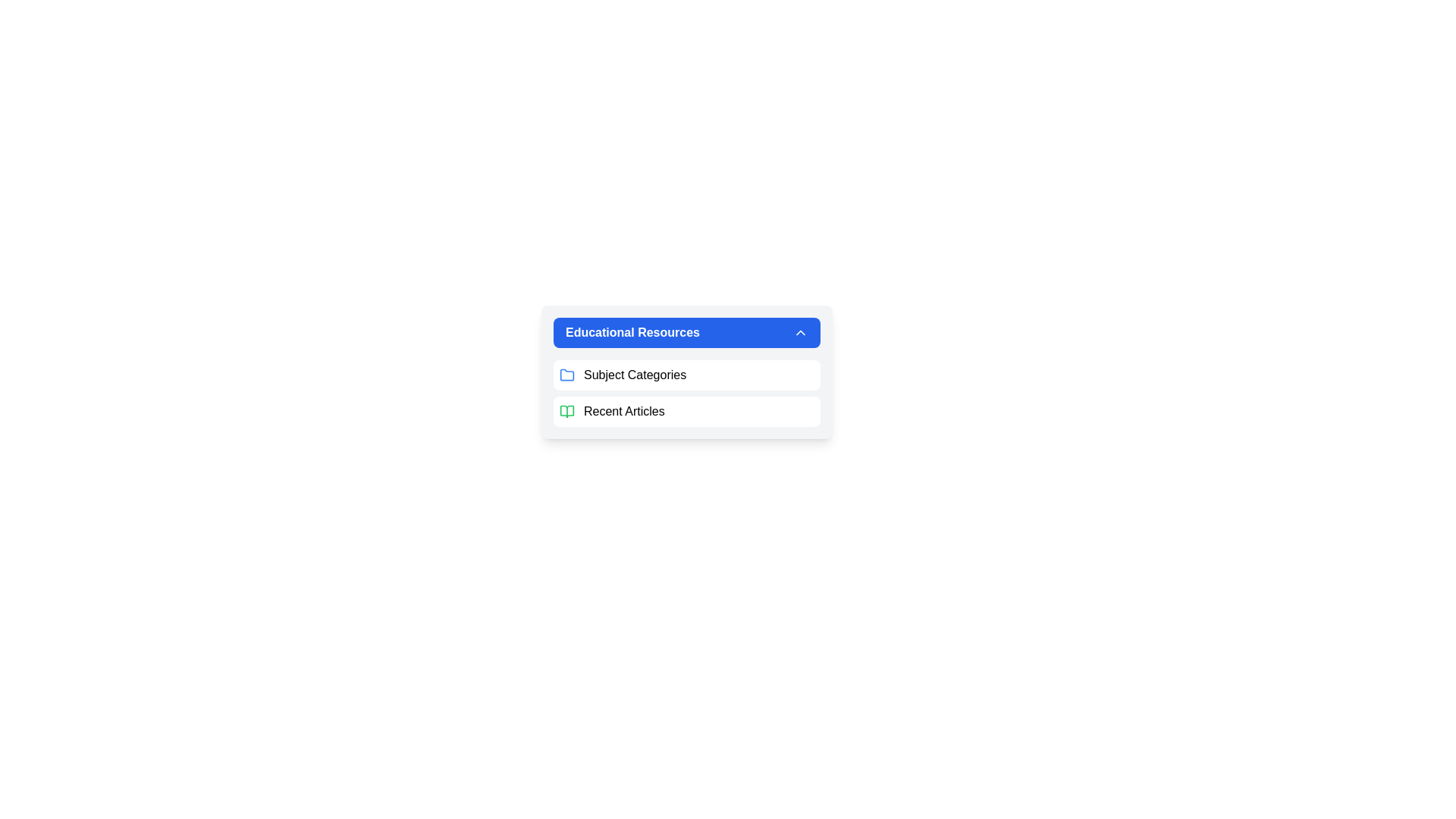 The width and height of the screenshot is (1456, 819). Describe the element at coordinates (632, 332) in the screenshot. I see `text label that serves as the title of the dropdown menu, located at the top of the menu and to the left of the upward-pointing chevron icon` at that location.